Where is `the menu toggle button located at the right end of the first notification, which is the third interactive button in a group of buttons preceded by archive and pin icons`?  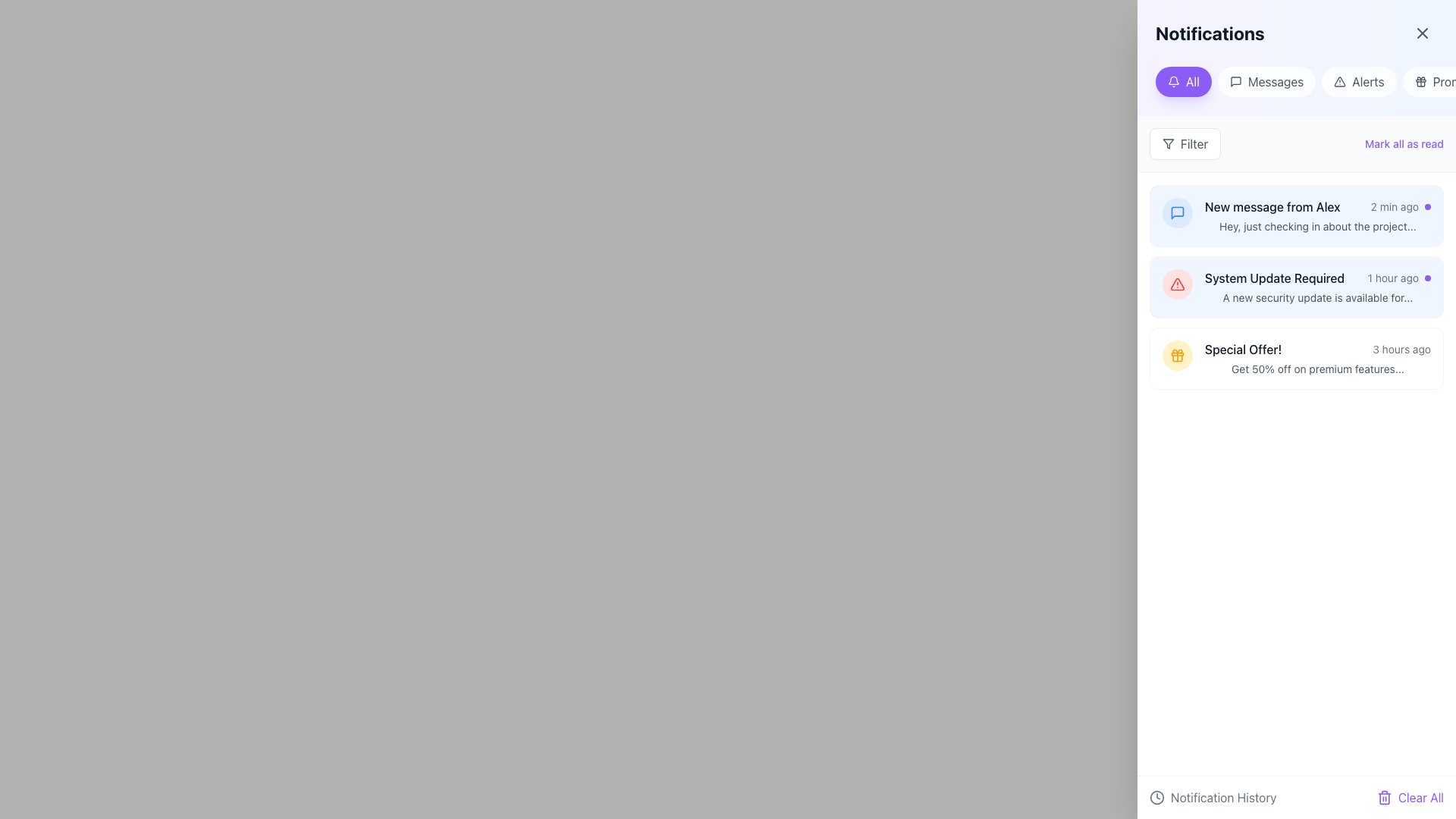 the menu toggle button located at the right end of the first notification, which is the third interactive button in a group of buttons preceded by archive and pin icons is located at coordinates (1418, 216).